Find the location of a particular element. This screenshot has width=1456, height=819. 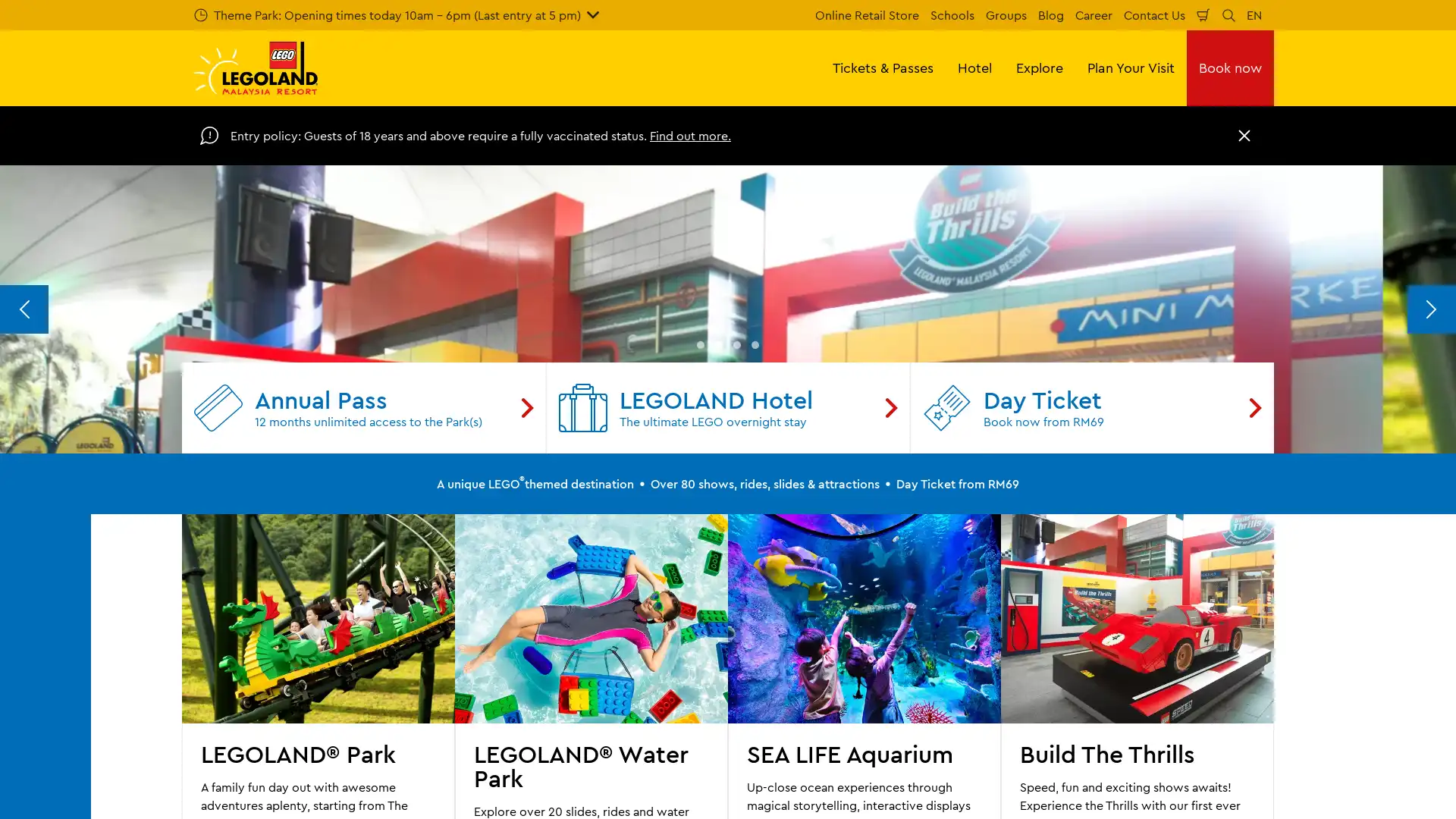

EN Languages is located at coordinates (1254, 14).